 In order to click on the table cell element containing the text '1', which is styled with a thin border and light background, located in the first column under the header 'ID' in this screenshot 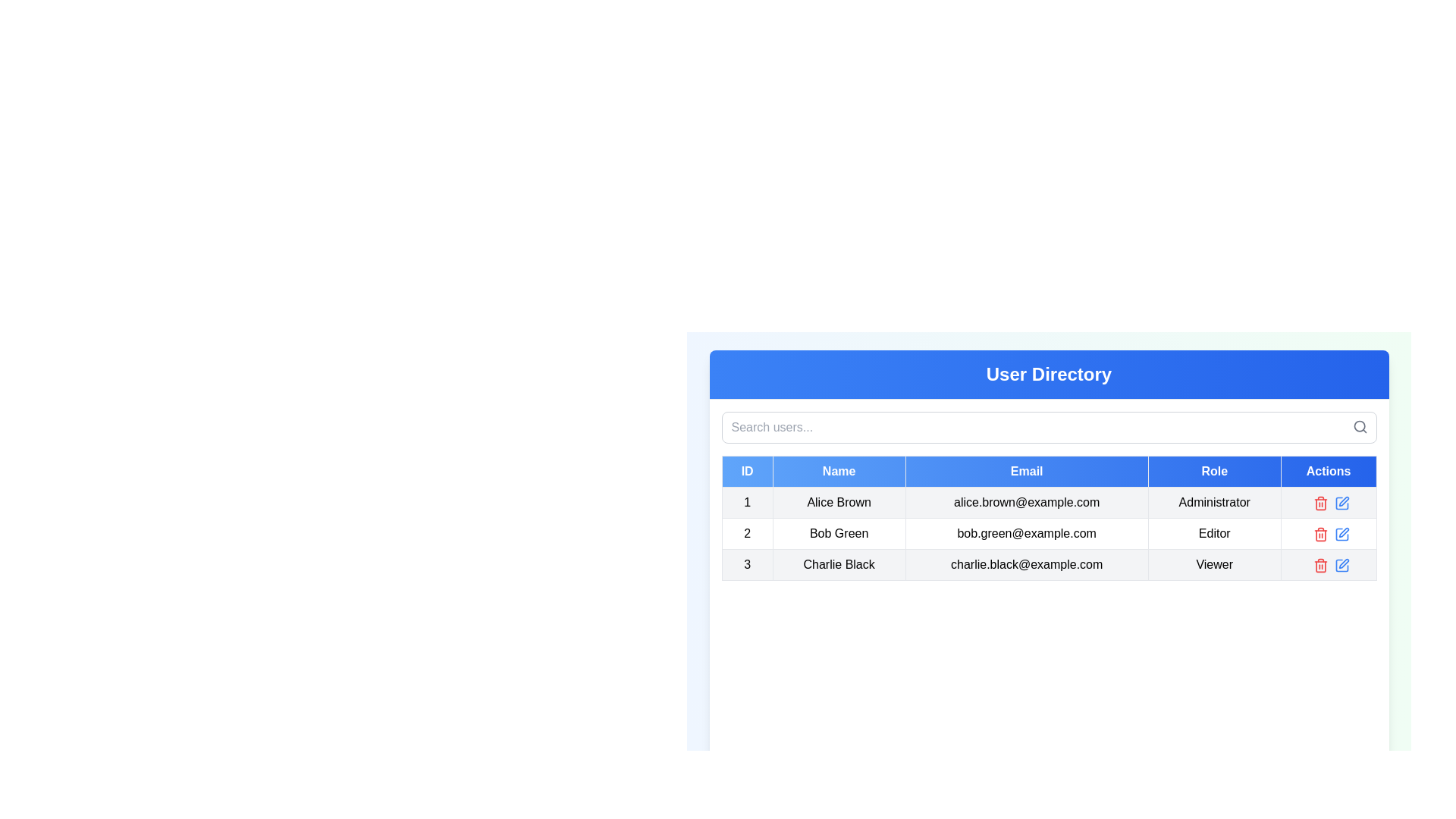, I will do `click(747, 503)`.